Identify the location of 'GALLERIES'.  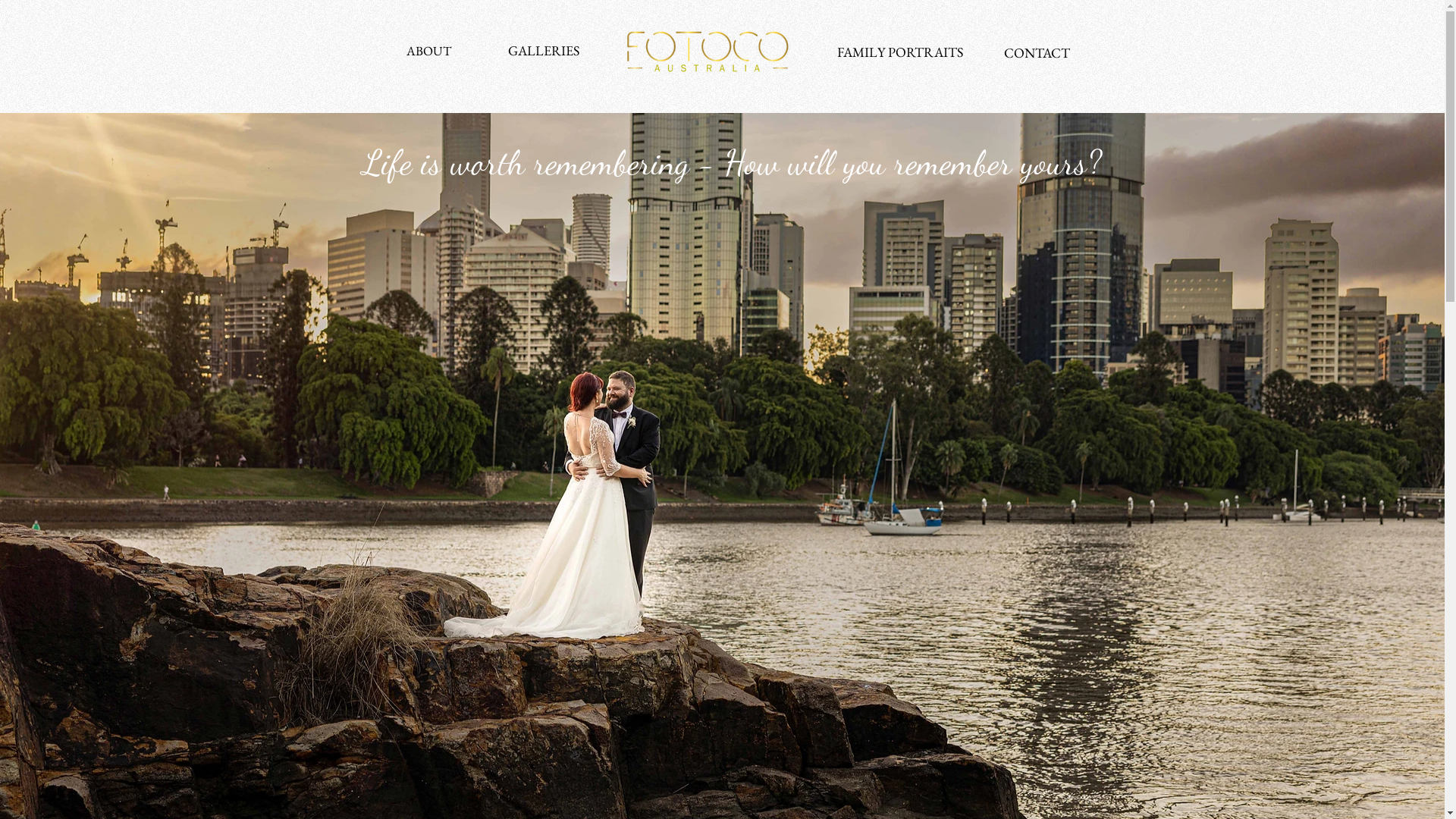
(508, 49).